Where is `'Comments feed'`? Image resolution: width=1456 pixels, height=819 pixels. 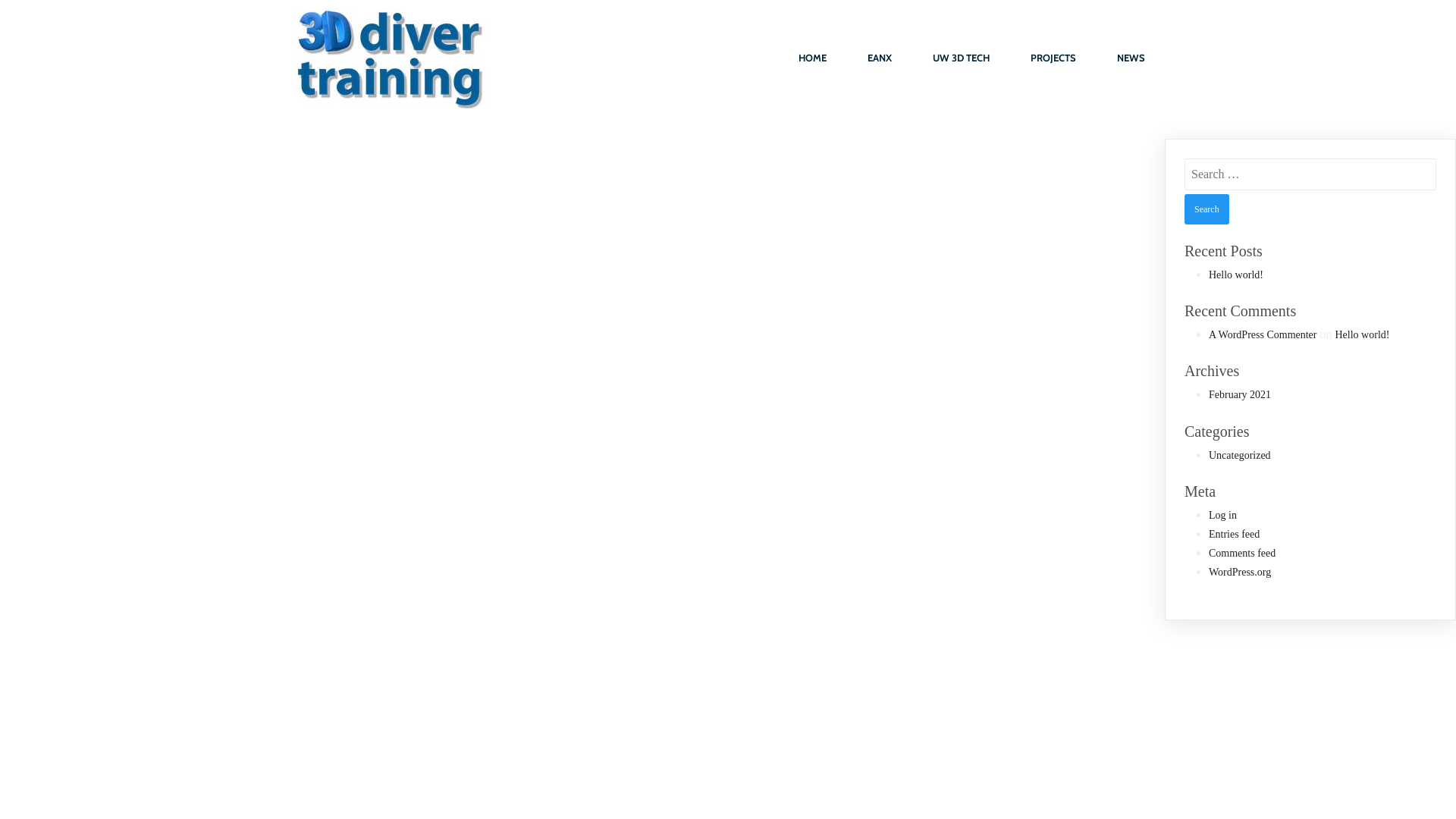
'Comments feed' is located at coordinates (1207, 553).